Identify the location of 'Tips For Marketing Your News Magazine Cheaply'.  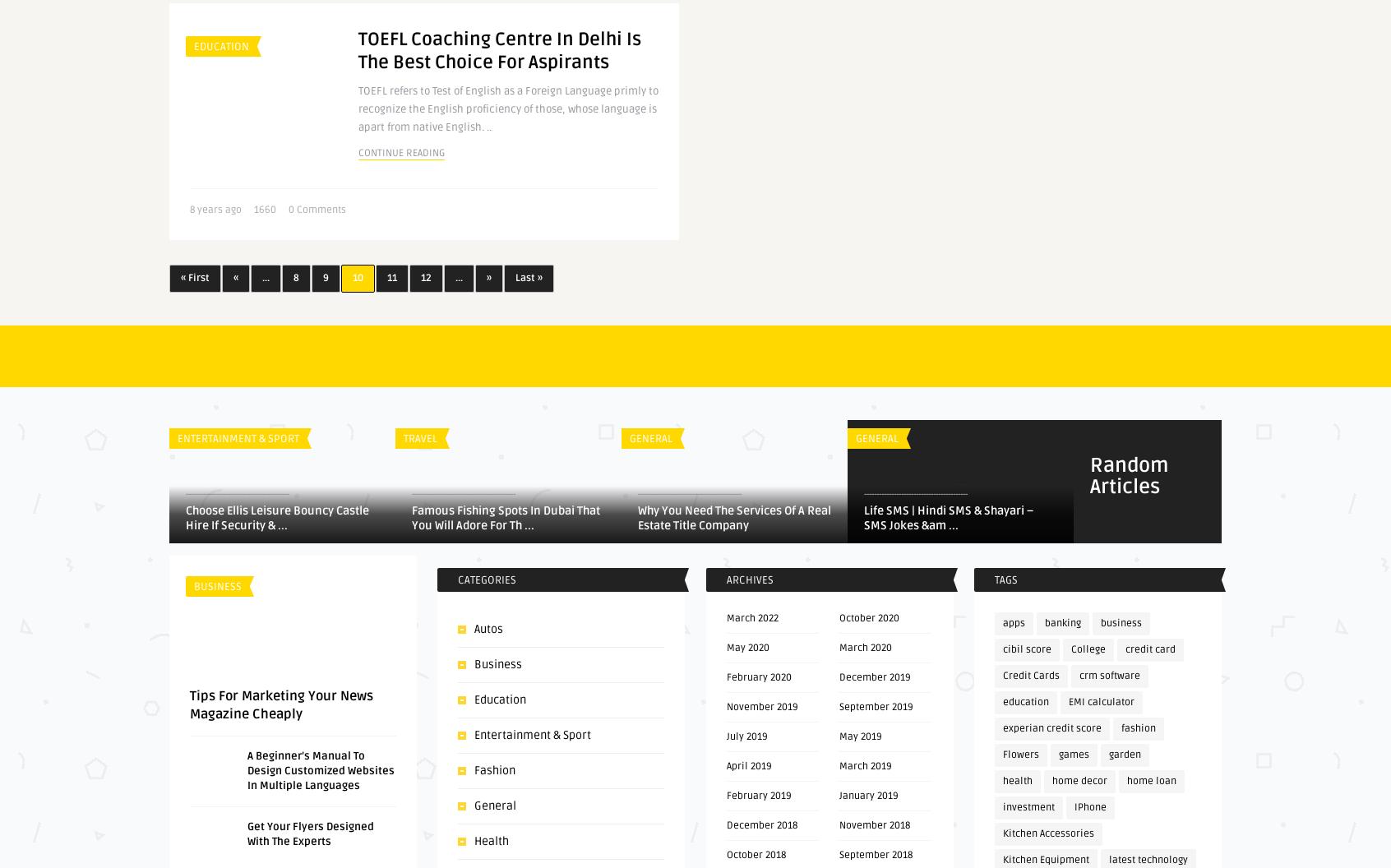
(280, 705).